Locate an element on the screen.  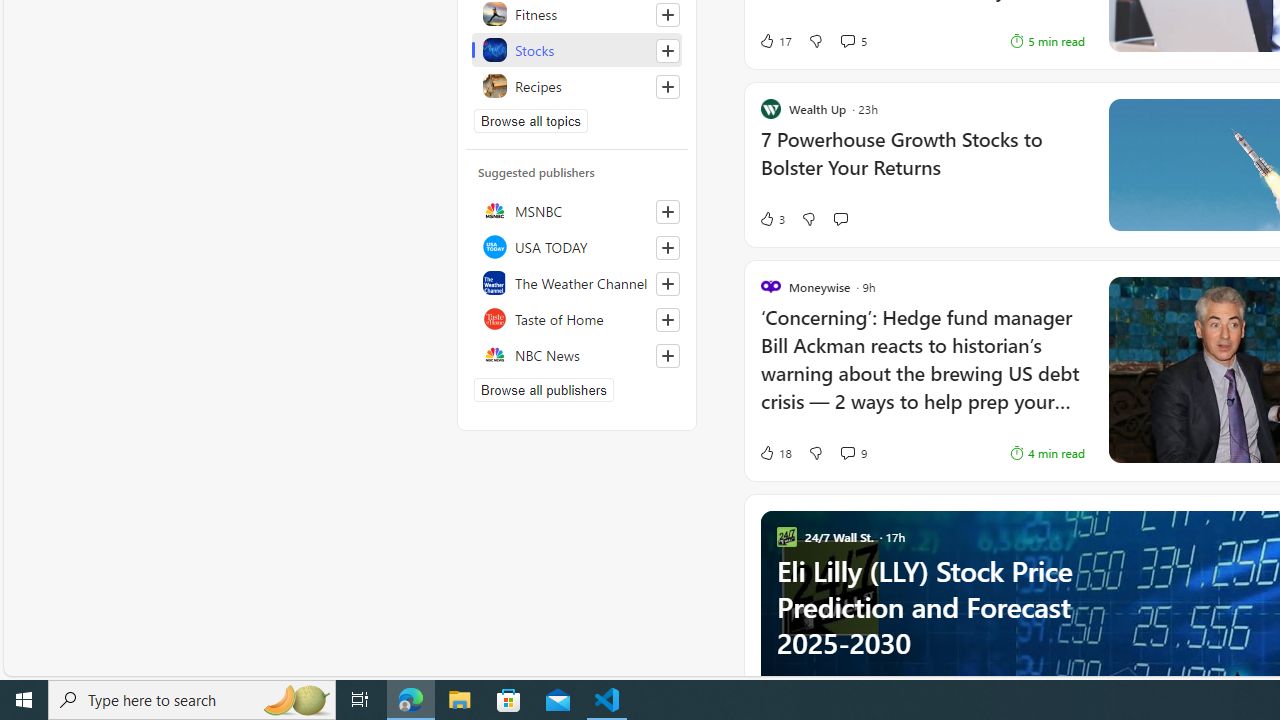
'17 Like' is located at coordinates (774, 41).